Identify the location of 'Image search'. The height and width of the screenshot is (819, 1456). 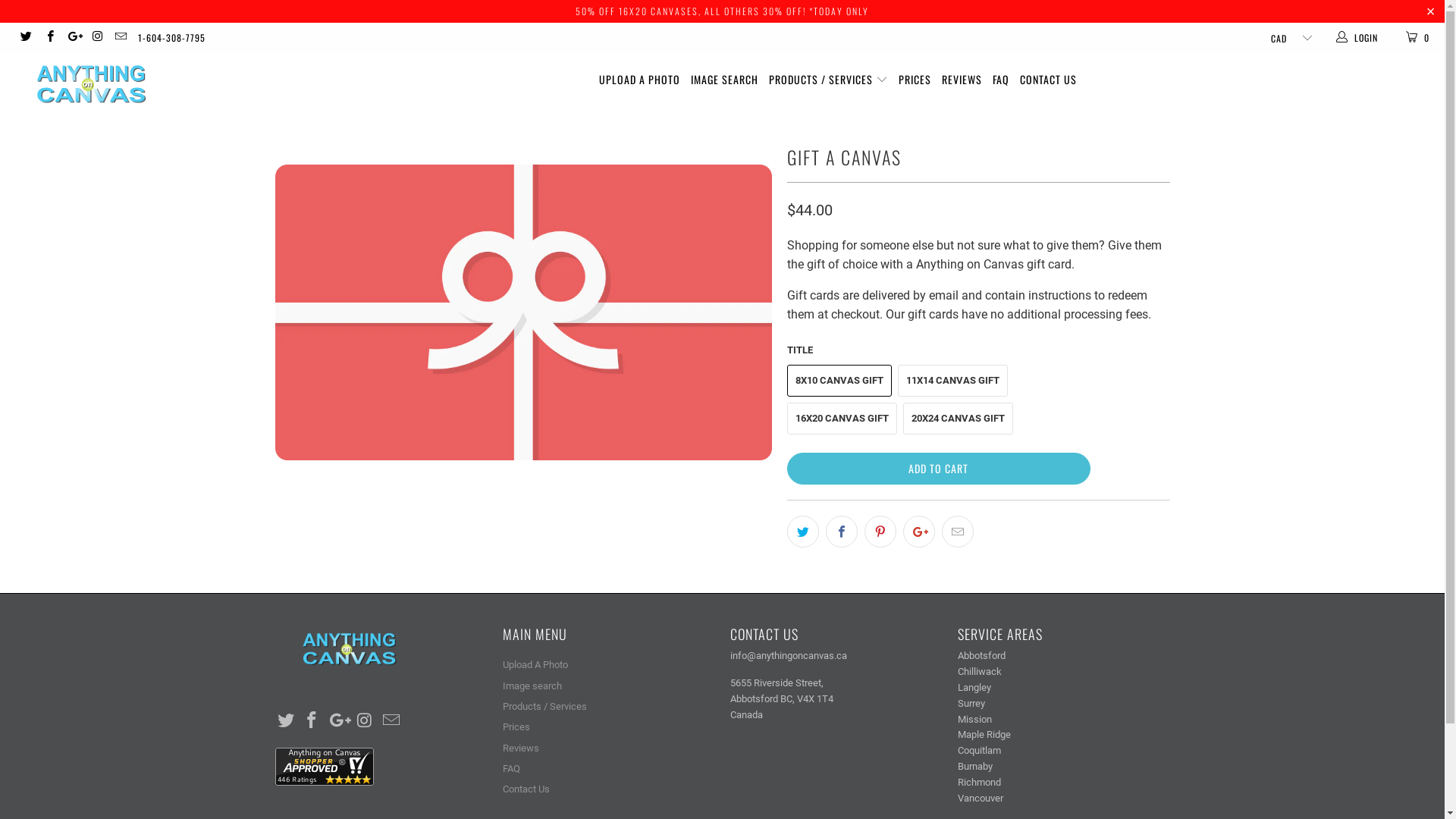
(502, 686).